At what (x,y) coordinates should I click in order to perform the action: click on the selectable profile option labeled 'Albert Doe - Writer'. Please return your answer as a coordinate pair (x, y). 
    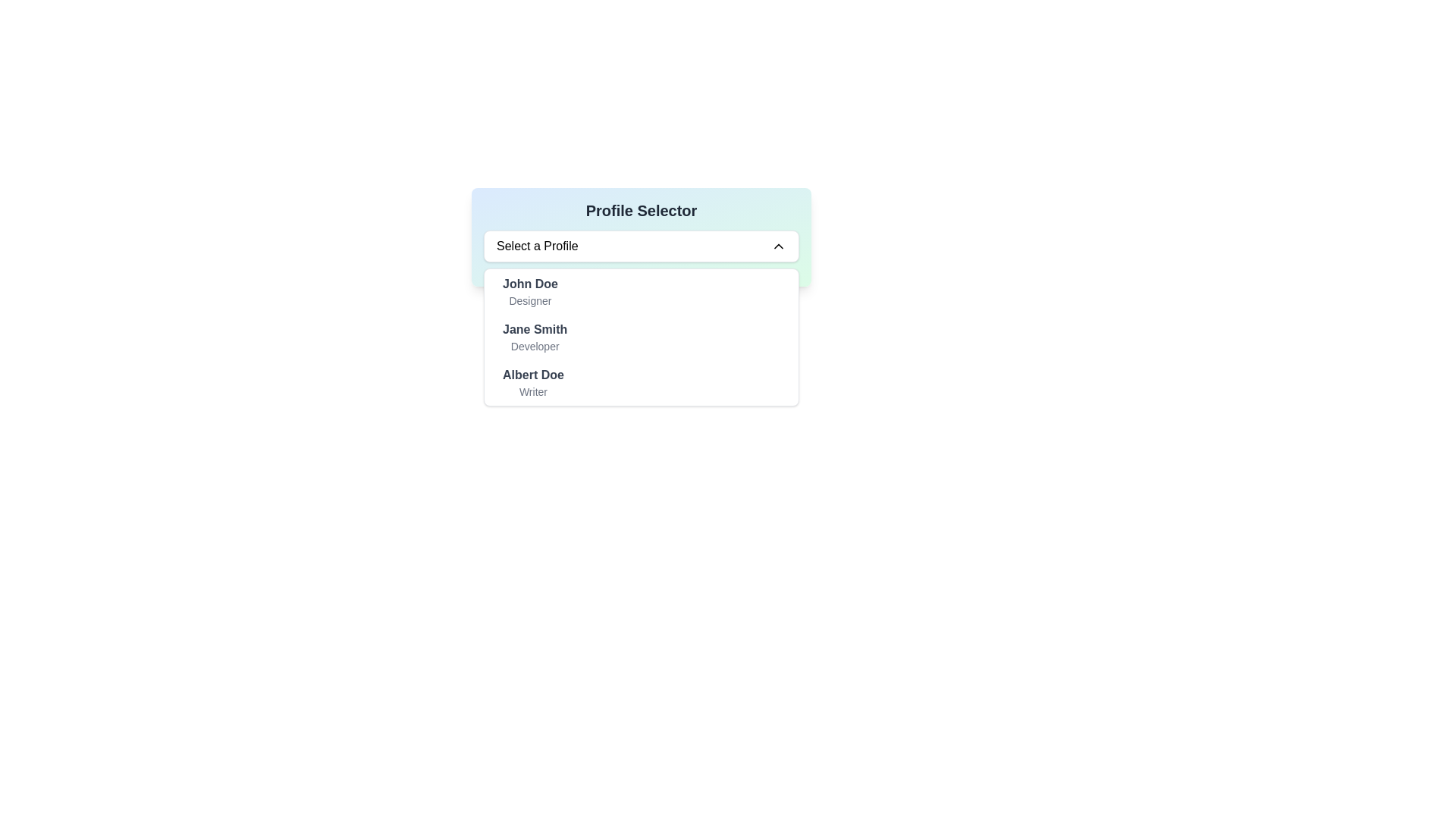
    Looking at the image, I should click on (533, 382).